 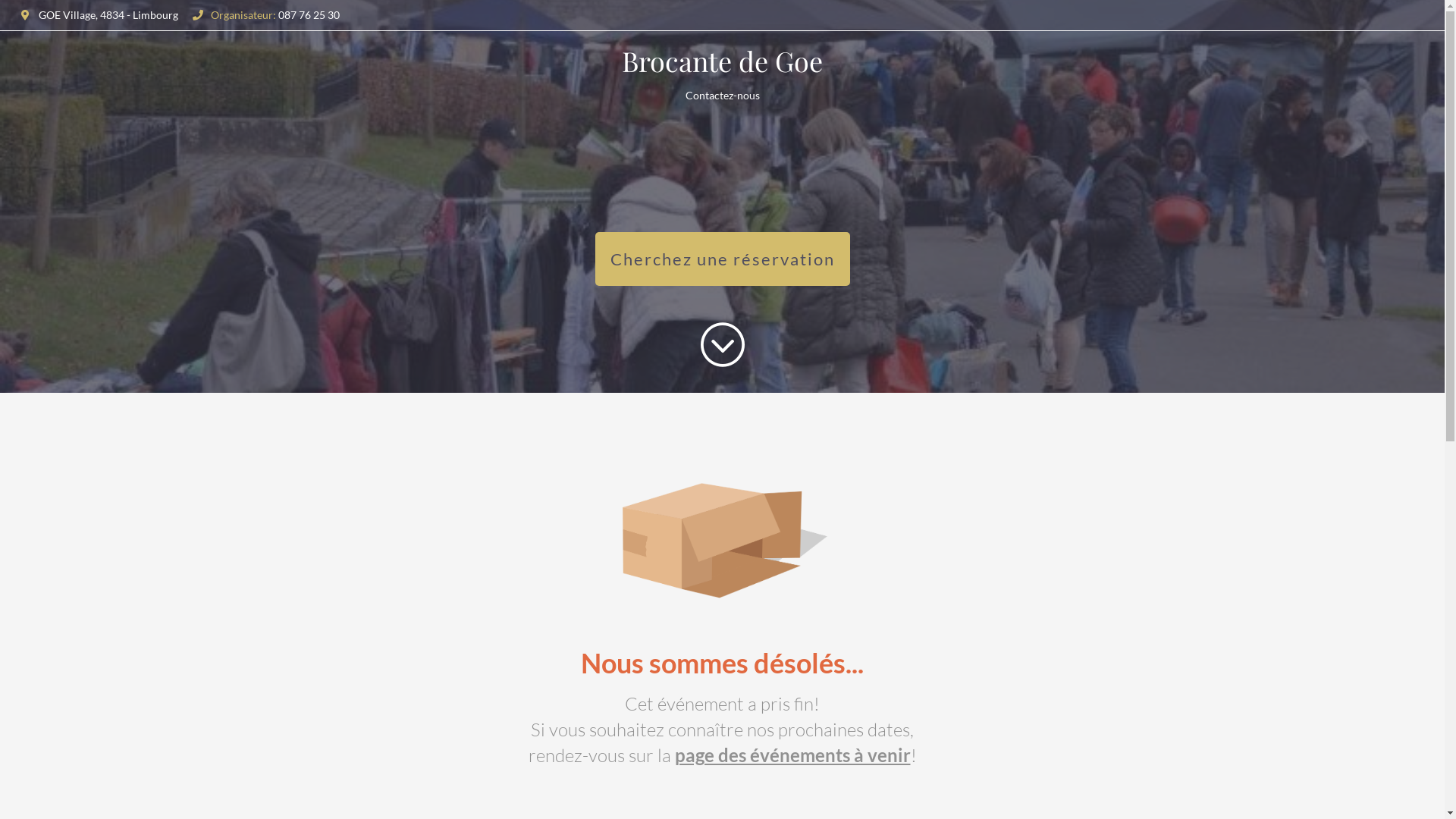 What do you see at coordinates (260, 14) in the screenshot?
I see `'Organisateur: 087 76 25 30'` at bounding box center [260, 14].